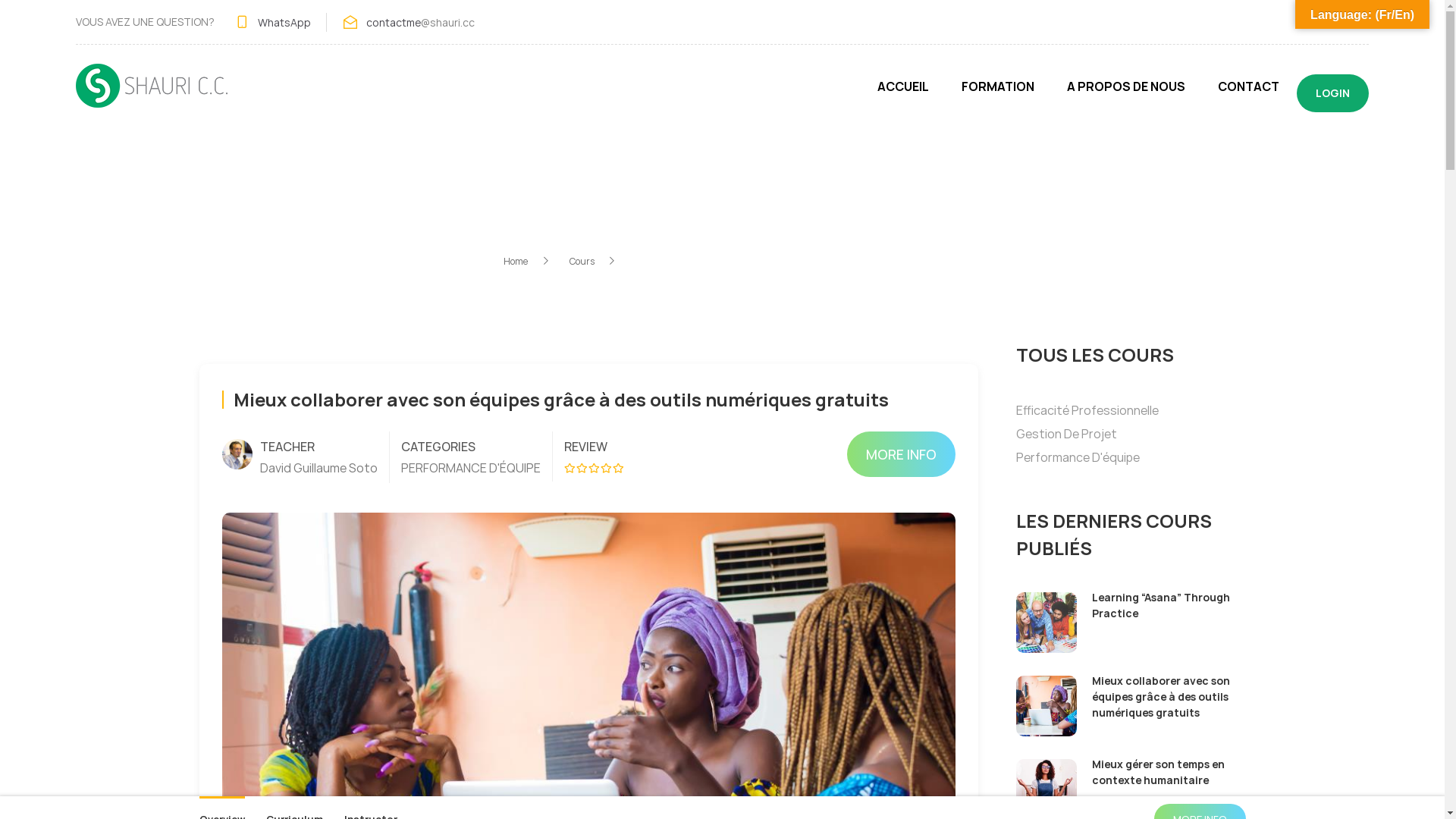 This screenshot has height=819, width=1456. What do you see at coordinates (317, 467) in the screenshot?
I see `'David Guillaume Soto'` at bounding box center [317, 467].